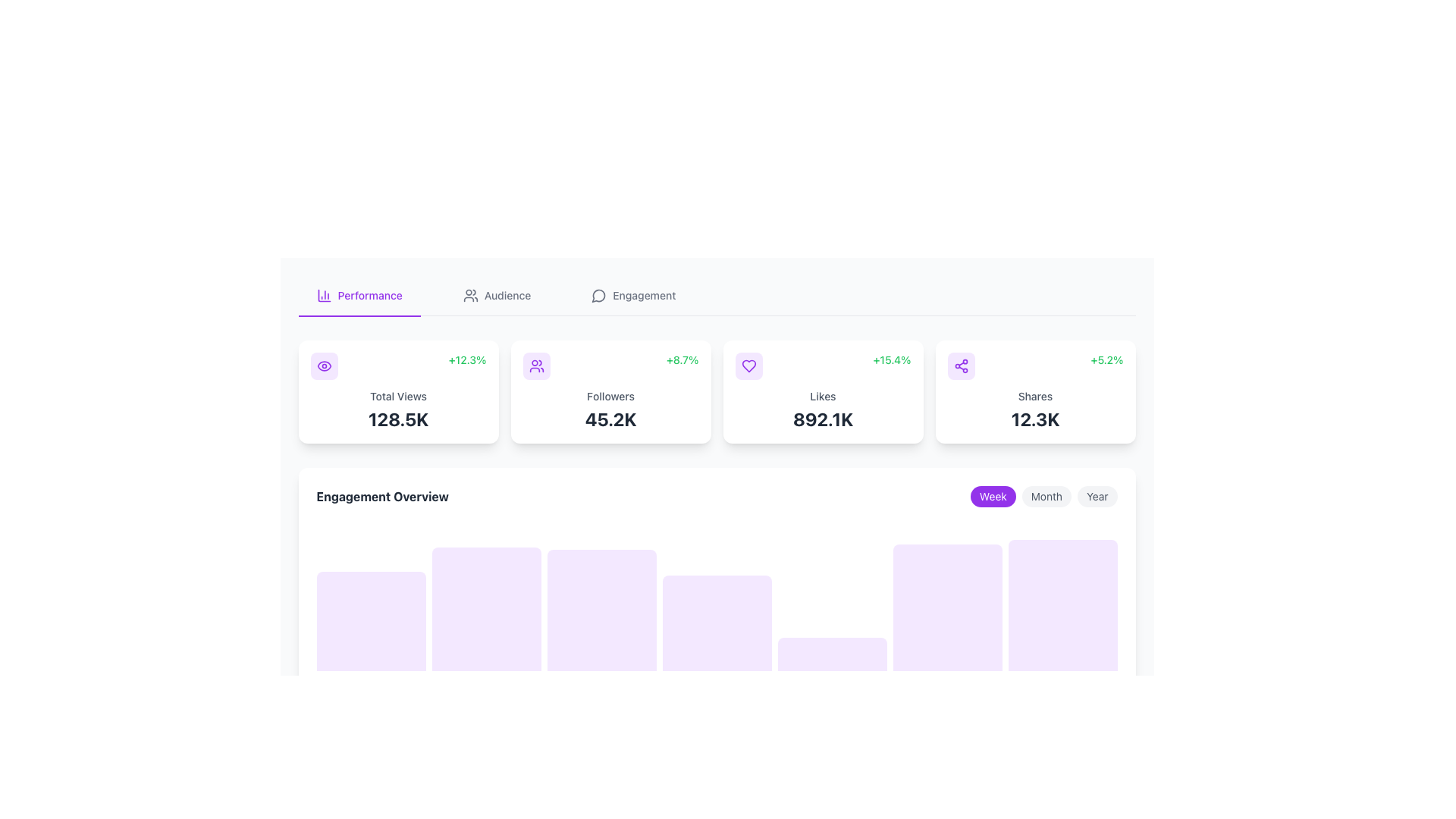  I want to click on the second vertical rectangular block with a light purple background in the 'Engagement Overview' section of the bar chart, so click(486, 608).